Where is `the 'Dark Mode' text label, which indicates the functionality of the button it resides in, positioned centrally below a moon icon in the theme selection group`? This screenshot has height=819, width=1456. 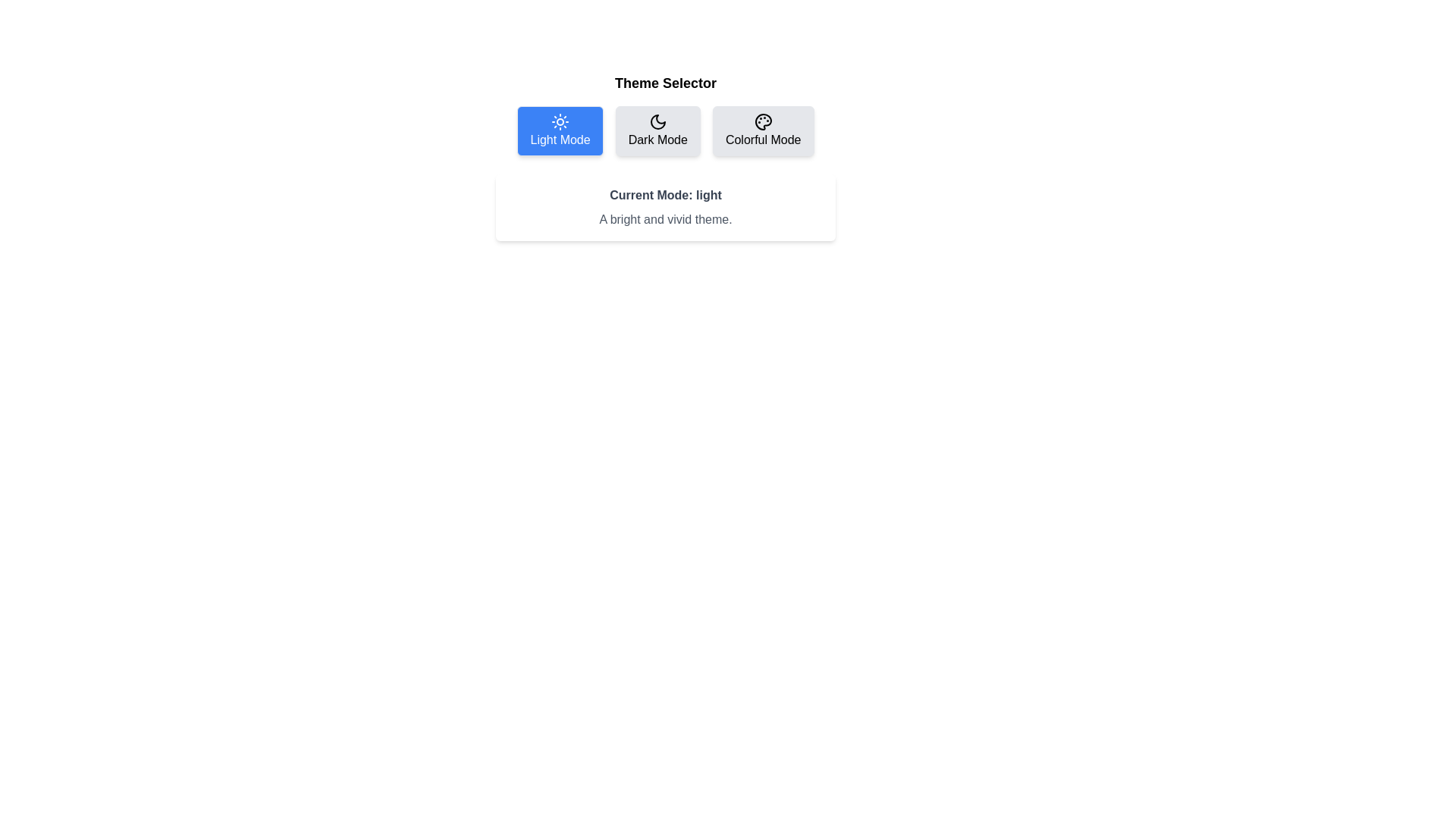
the 'Dark Mode' text label, which indicates the functionality of the button it resides in, positioned centrally below a moon icon in the theme selection group is located at coordinates (657, 140).